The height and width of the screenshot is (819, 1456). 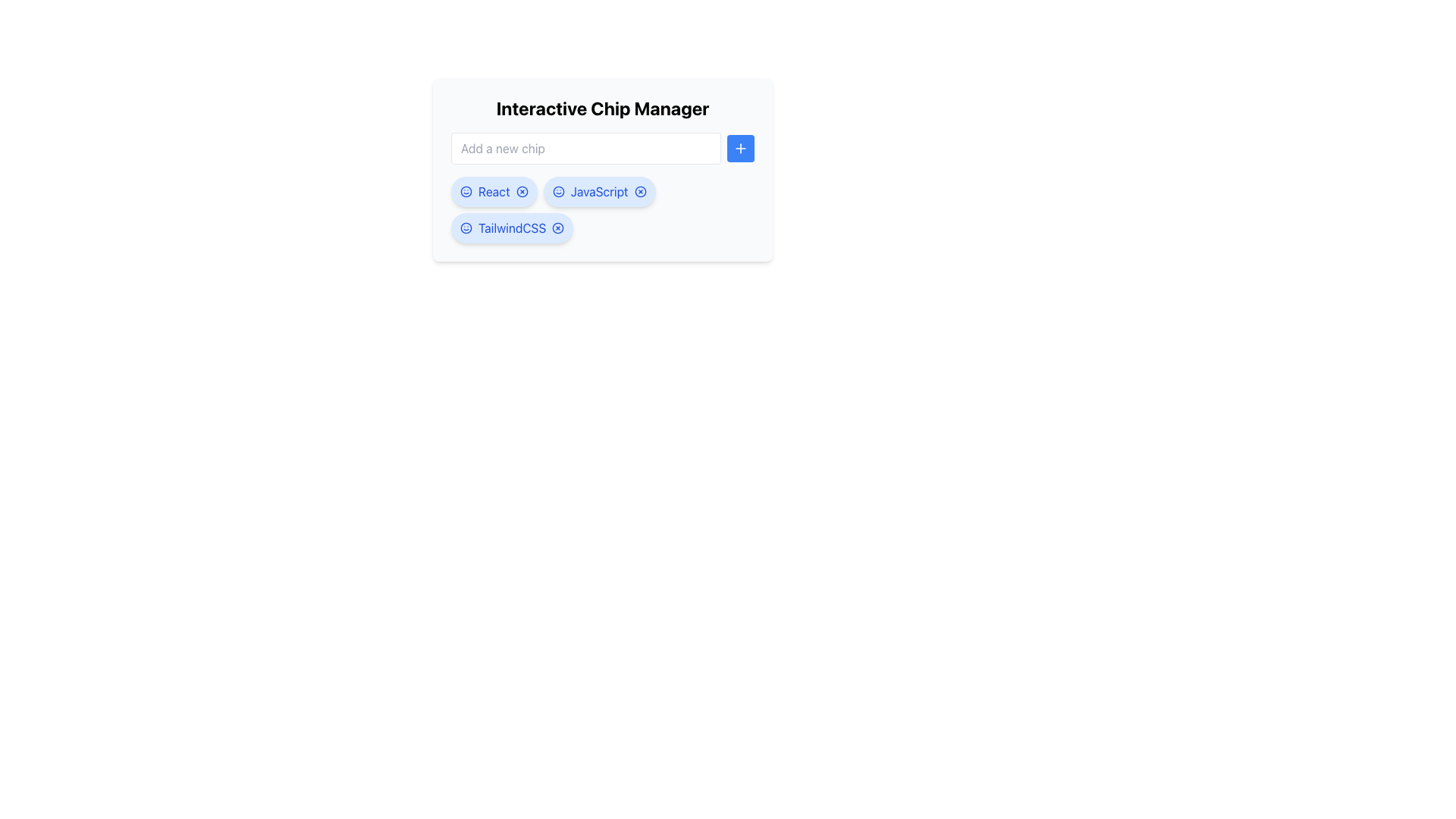 I want to click on the primary circular graphical component within the smiley face icon, which is part of the SVG element, so click(x=557, y=191).